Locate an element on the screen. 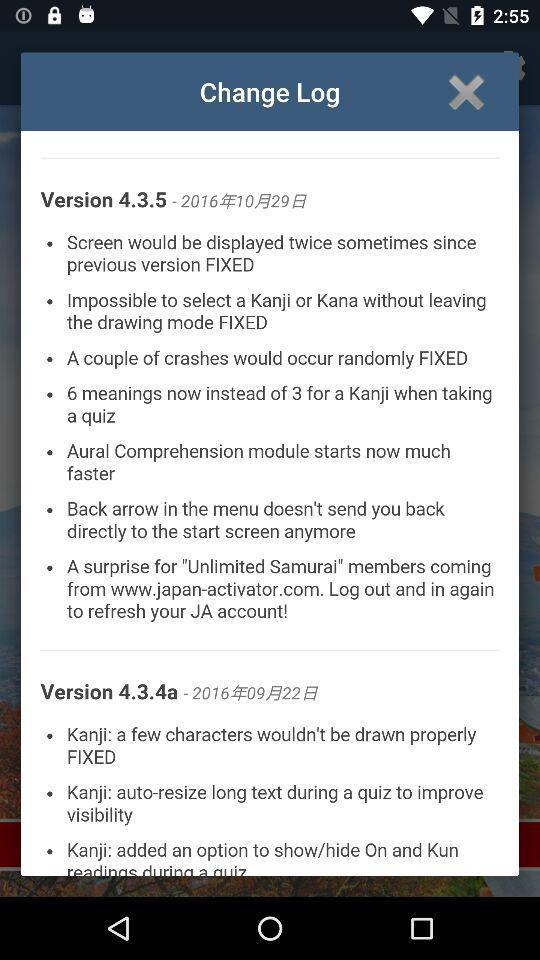 This screenshot has width=540, height=960. the close icon is located at coordinates (466, 98).